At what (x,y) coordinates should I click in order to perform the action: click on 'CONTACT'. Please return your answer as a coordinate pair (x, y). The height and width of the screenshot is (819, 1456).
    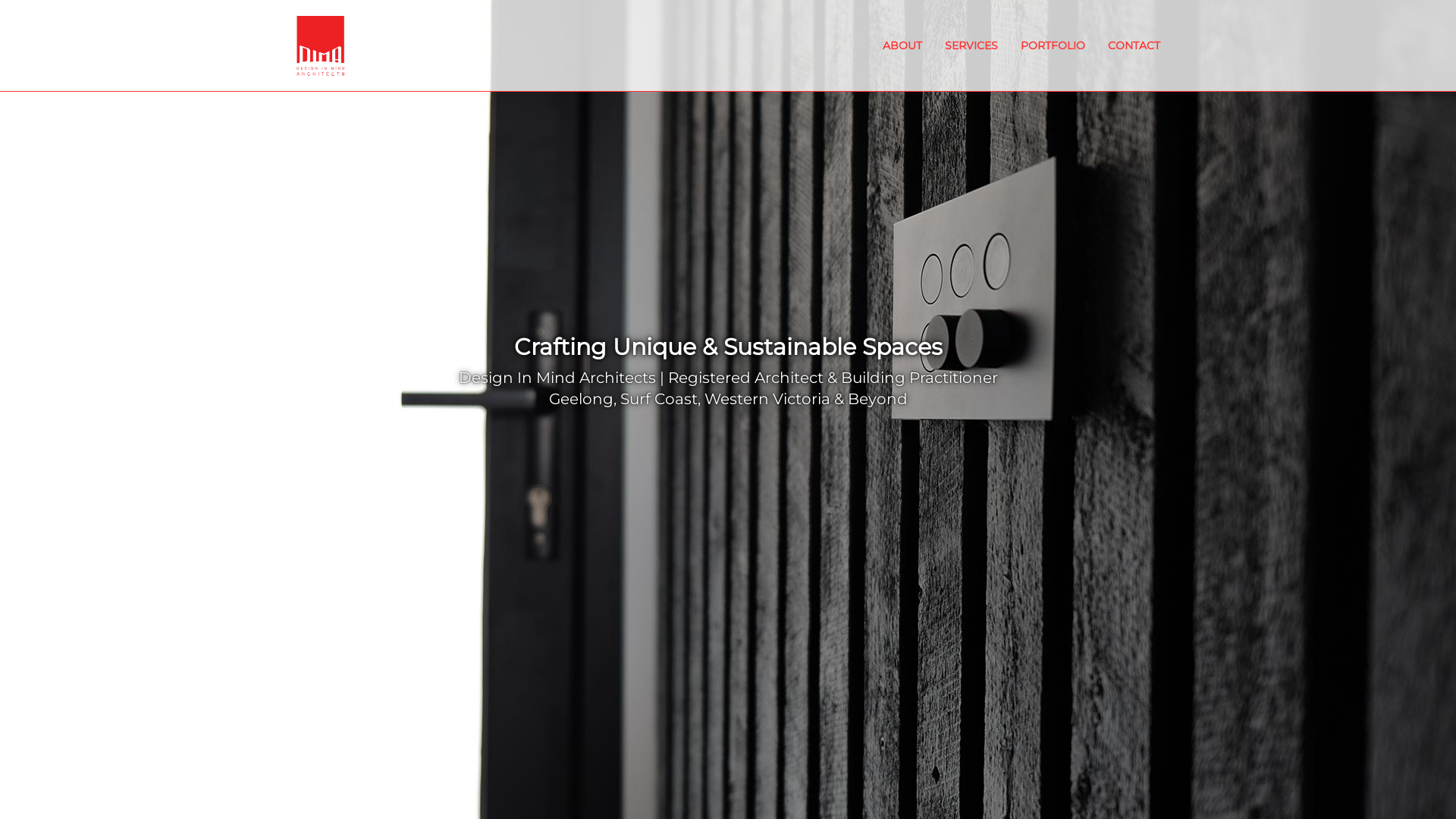
    Looking at the image, I should click on (1134, 45).